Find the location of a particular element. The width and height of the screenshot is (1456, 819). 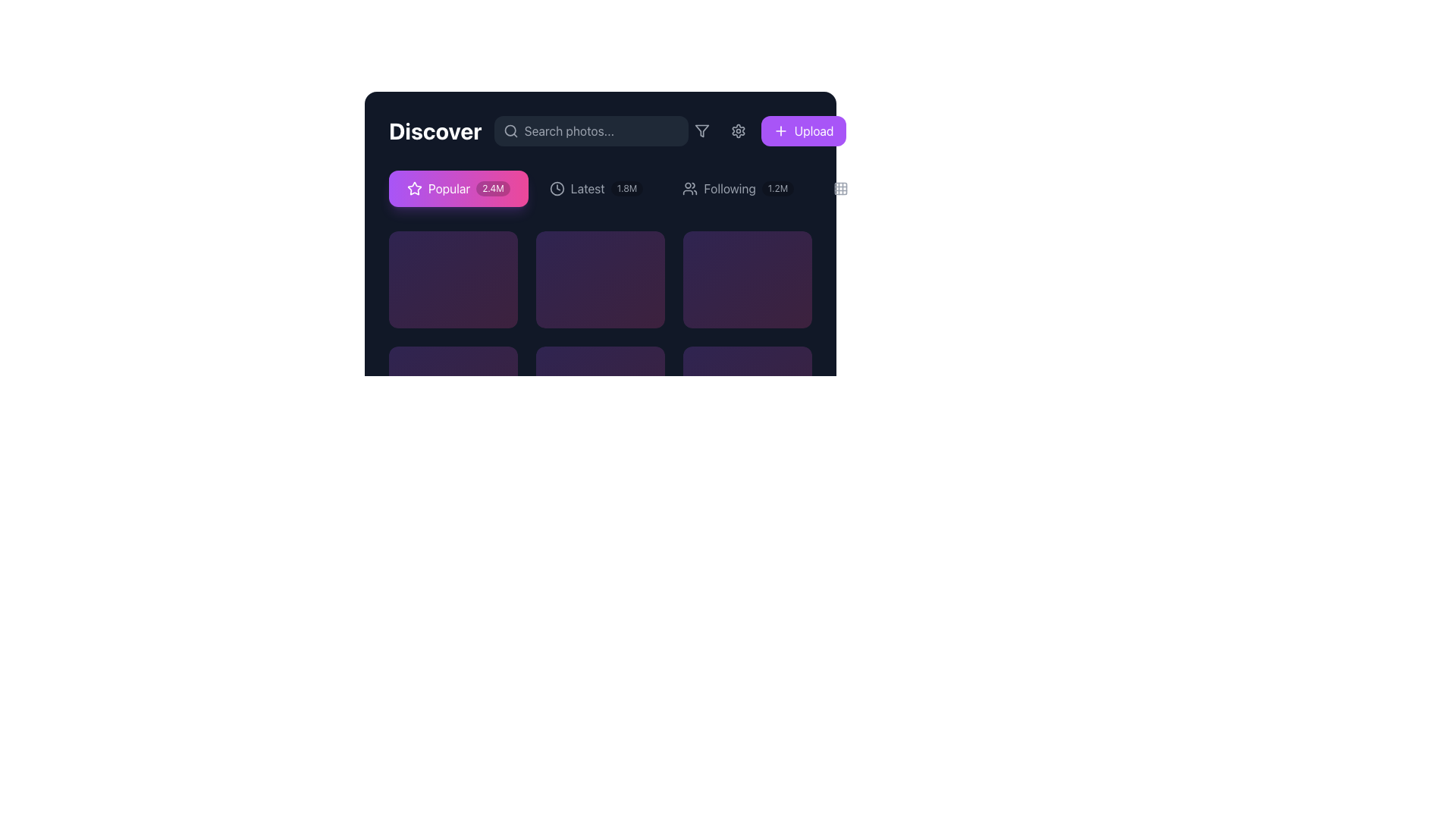

the 'Upload' button with a purple background and white text, located in the upper right area of the interface, to initiate an upload is located at coordinates (802, 130).